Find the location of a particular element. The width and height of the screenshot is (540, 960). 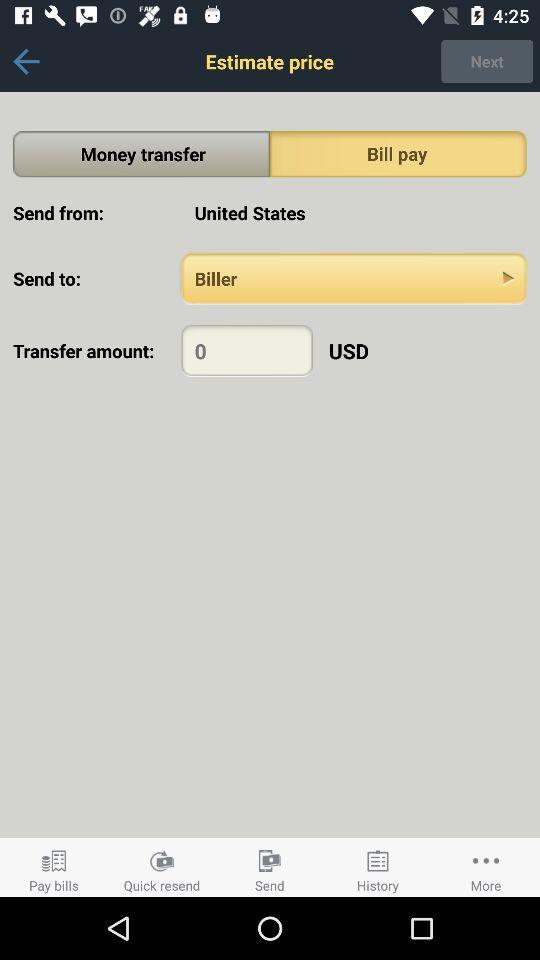

choose recipient option is located at coordinates (353, 277).